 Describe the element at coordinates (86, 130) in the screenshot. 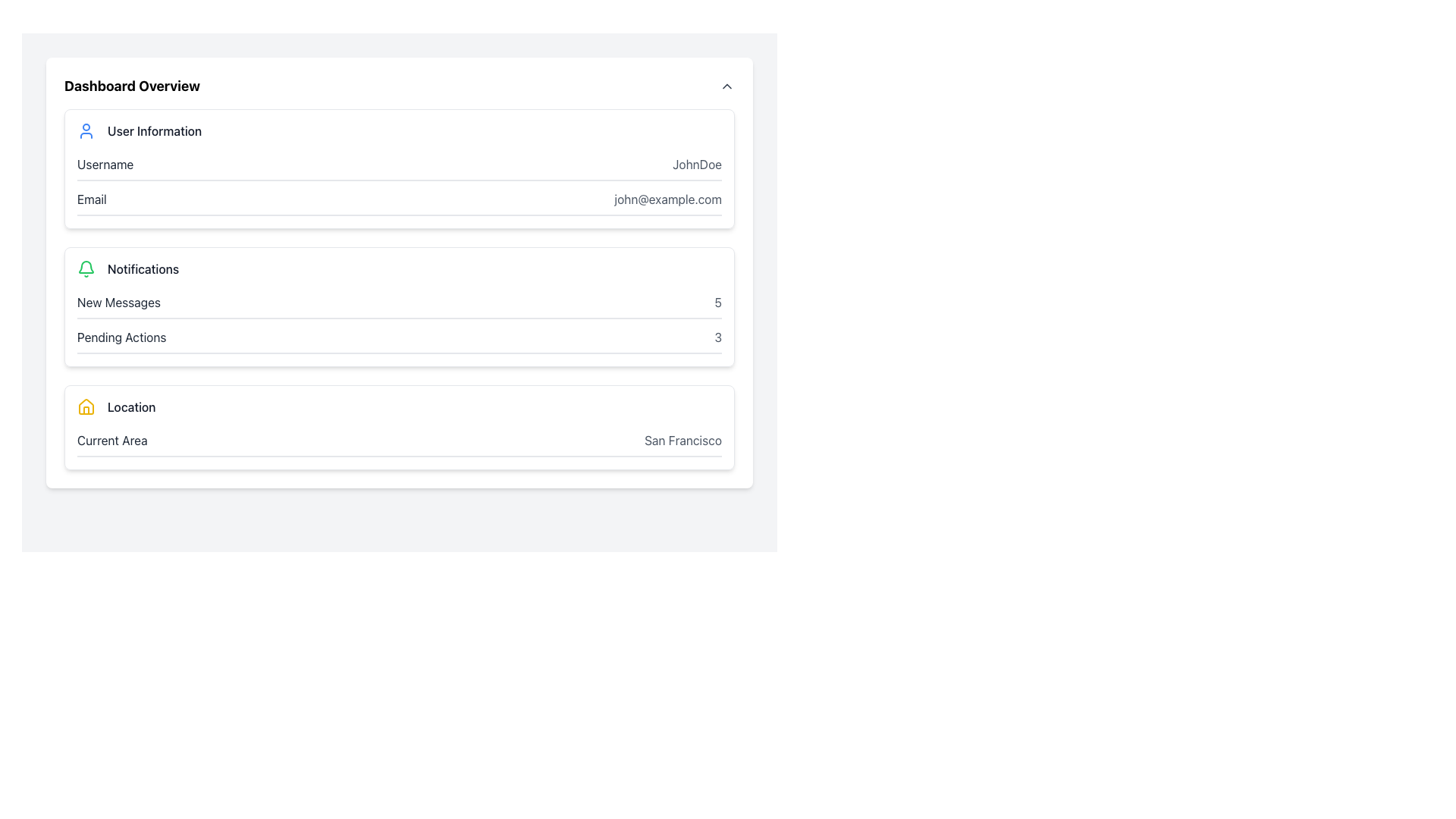

I see `the blue user figure icon located at the beginning of the 'User Information' section, which consists of an outlined circle and a connected shape representing a user` at that location.